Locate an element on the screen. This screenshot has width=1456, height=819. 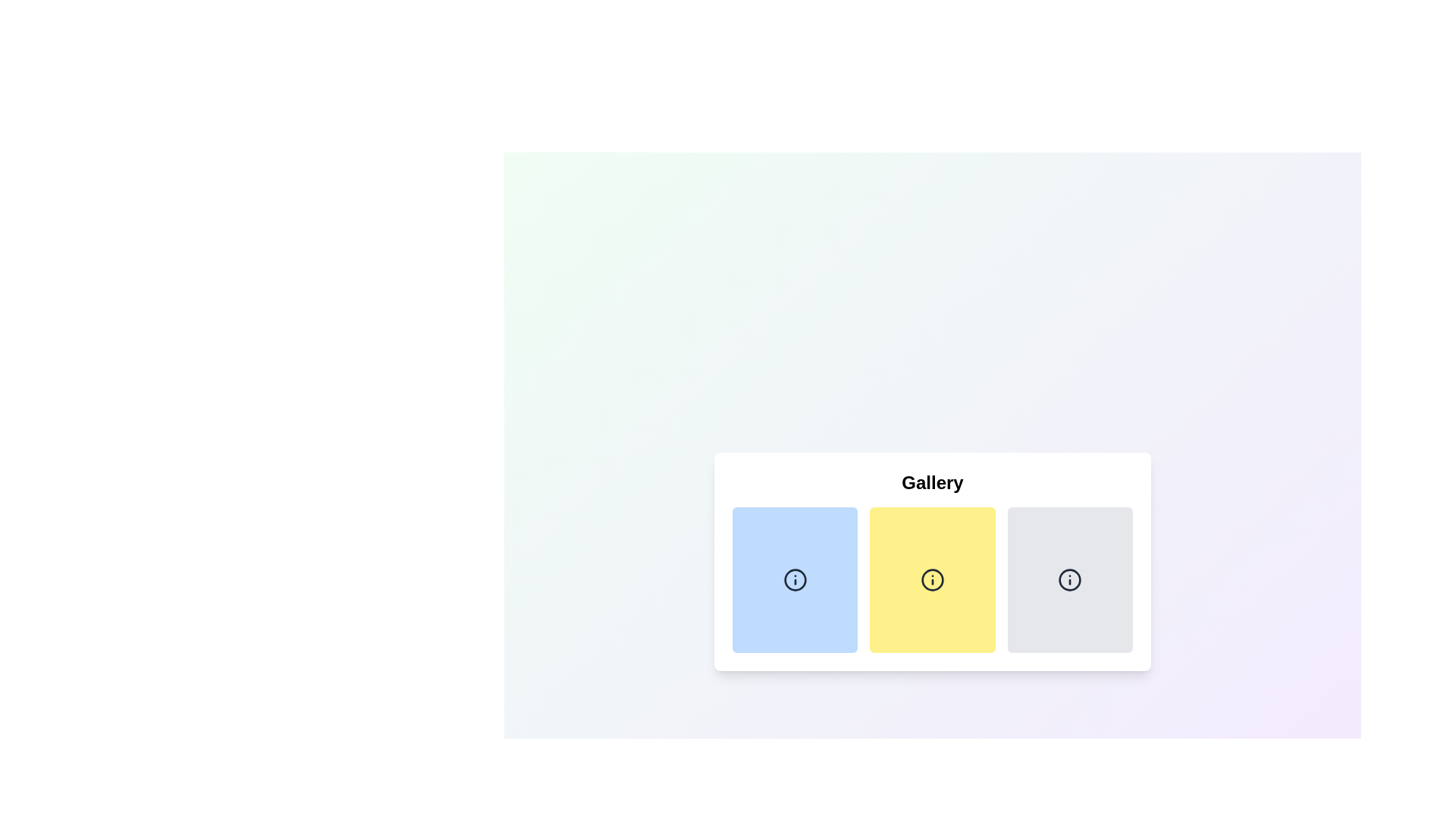
the yellow rectangular card with rounded corners that features an 'info' icon, positioned as the second card in a gallery layout beneath the 'Gallery' heading is located at coordinates (931, 561).